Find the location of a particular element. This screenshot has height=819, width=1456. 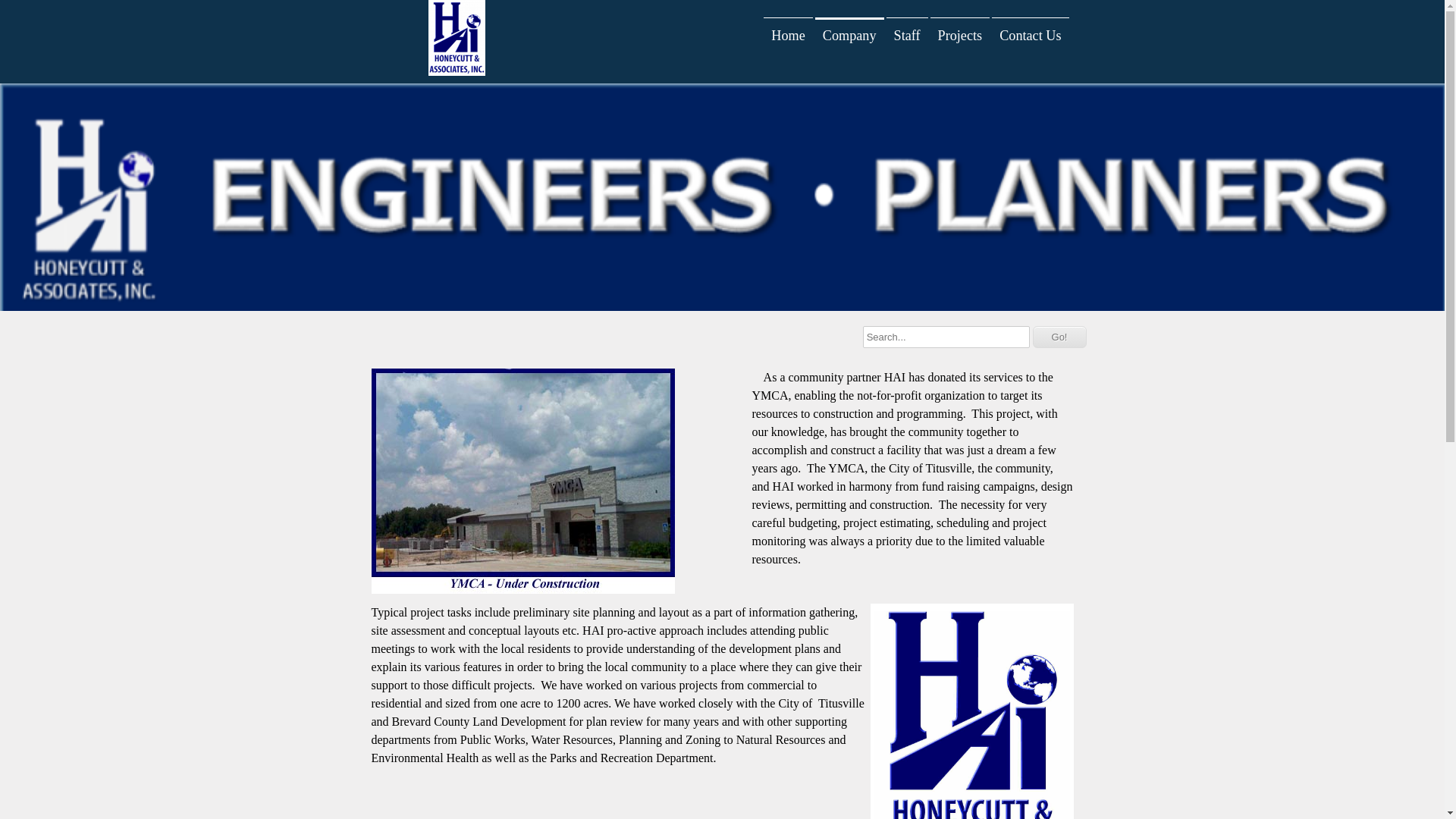

'Staff' is located at coordinates (886, 34).